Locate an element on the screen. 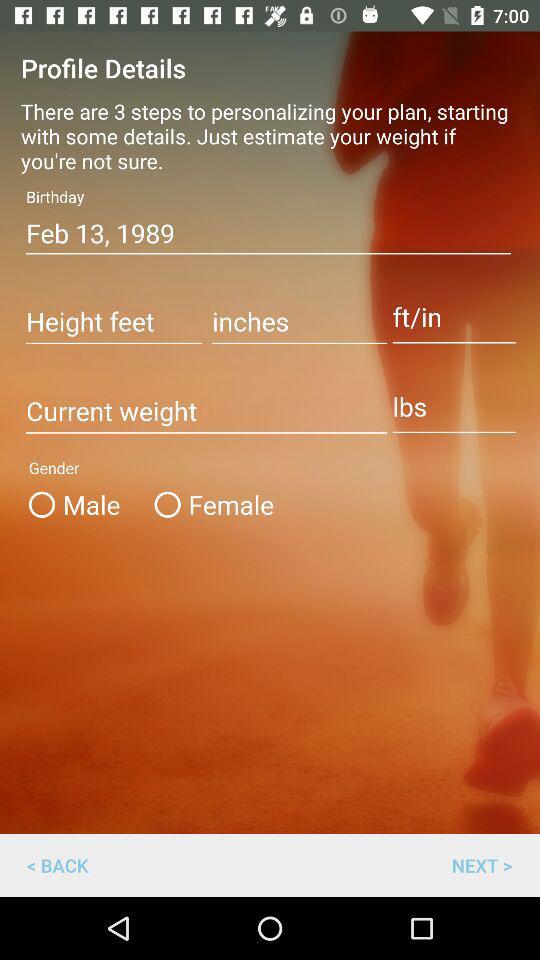  icon below the gender item is located at coordinates (481, 864).